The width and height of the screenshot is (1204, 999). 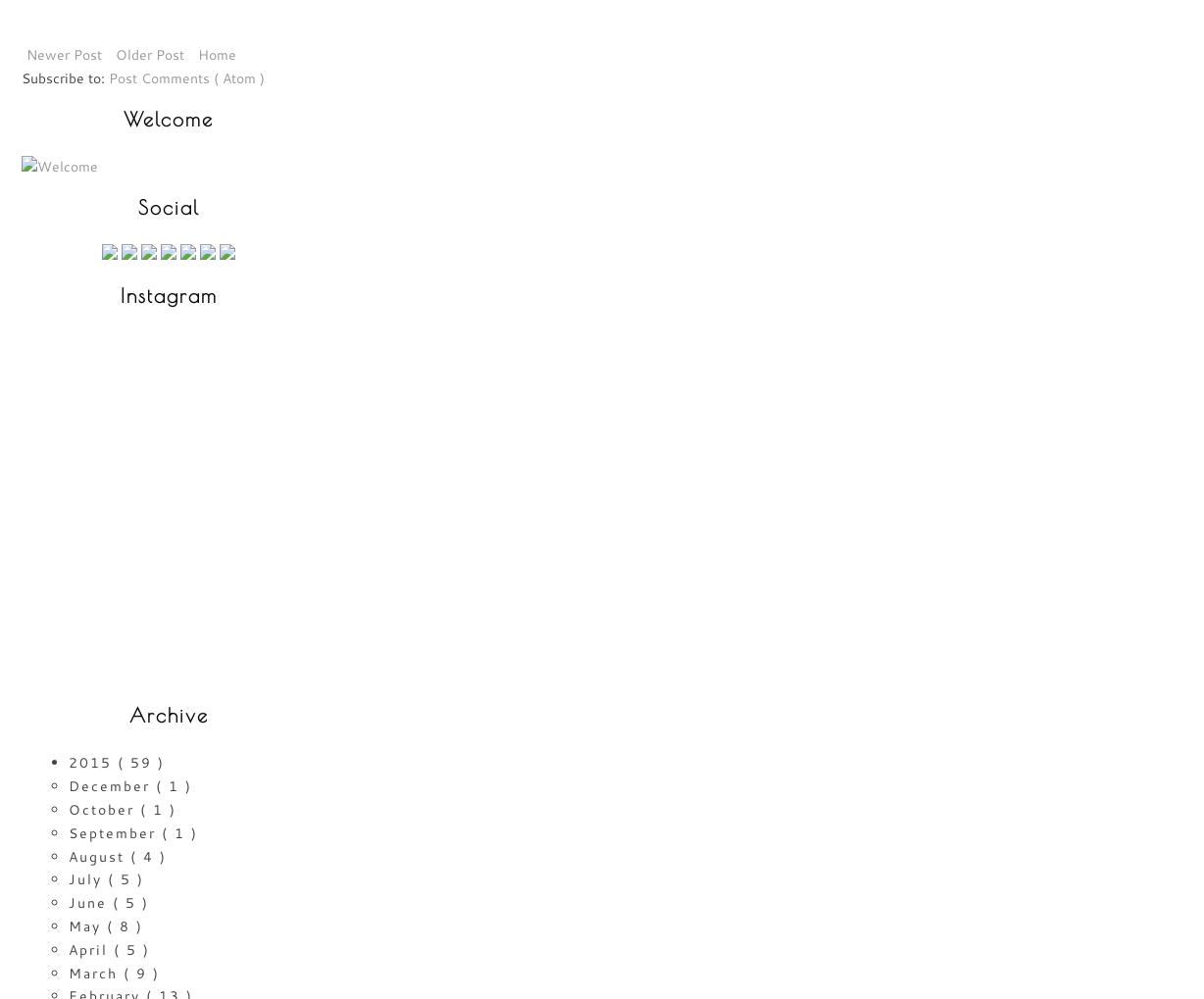 What do you see at coordinates (136, 205) in the screenshot?
I see `'Social'` at bounding box center [136, 205].